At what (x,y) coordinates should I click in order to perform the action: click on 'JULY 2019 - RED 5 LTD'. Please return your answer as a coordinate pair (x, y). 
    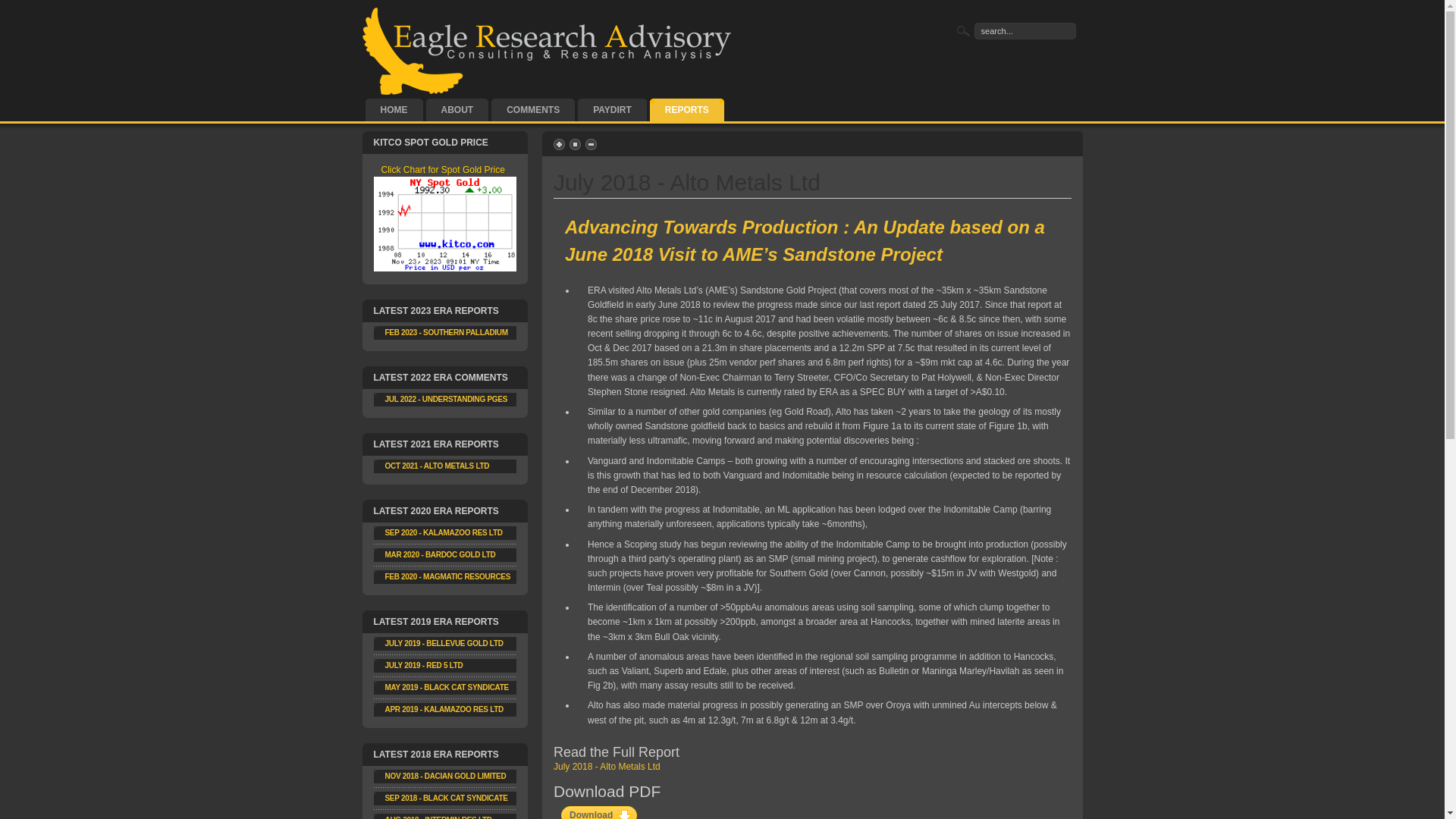
    Looking at the image, I should click on (424, 664).